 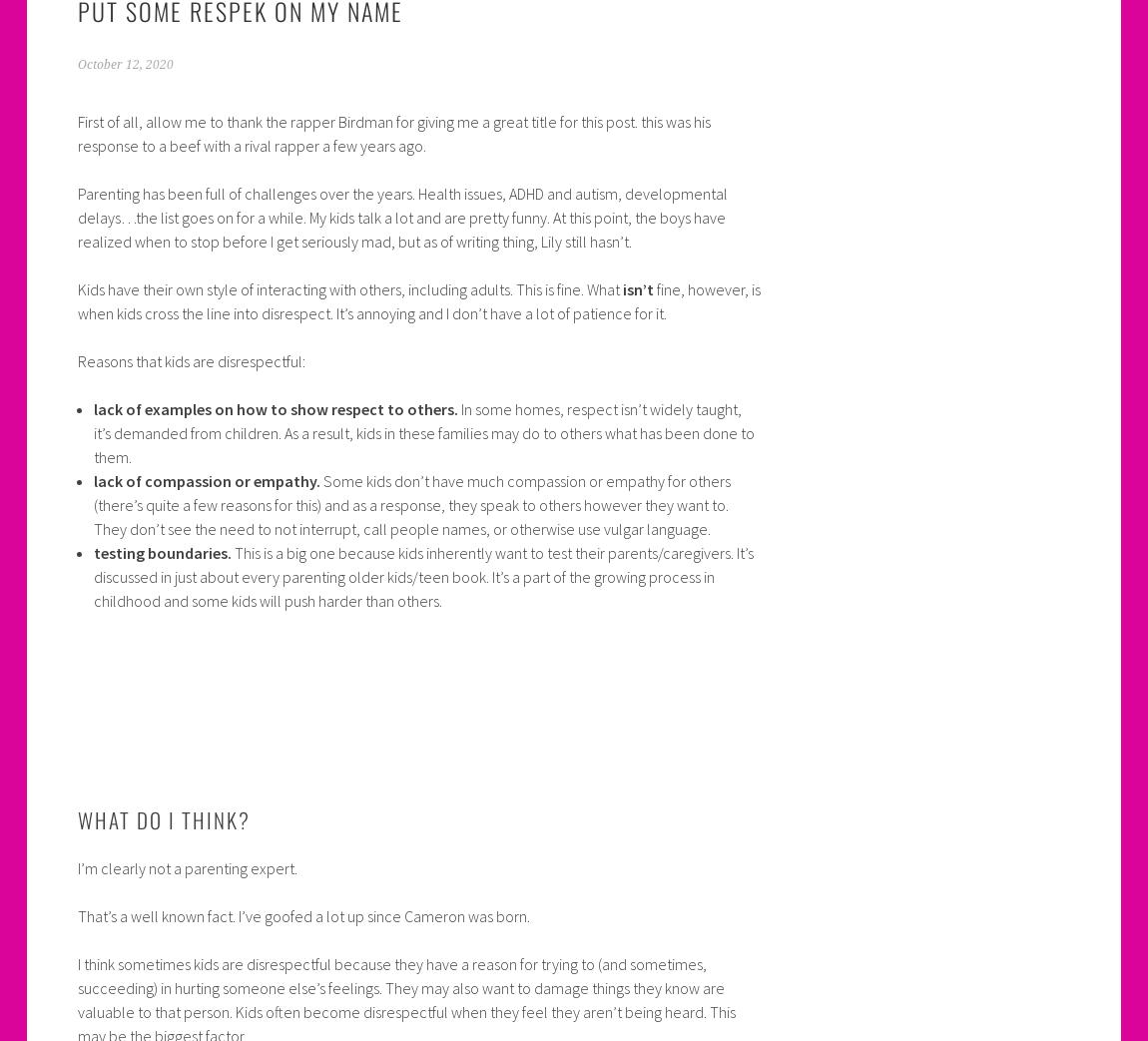 I want to click on 'I’m clearly not a parenting expert.', so click(x=185, y=867).